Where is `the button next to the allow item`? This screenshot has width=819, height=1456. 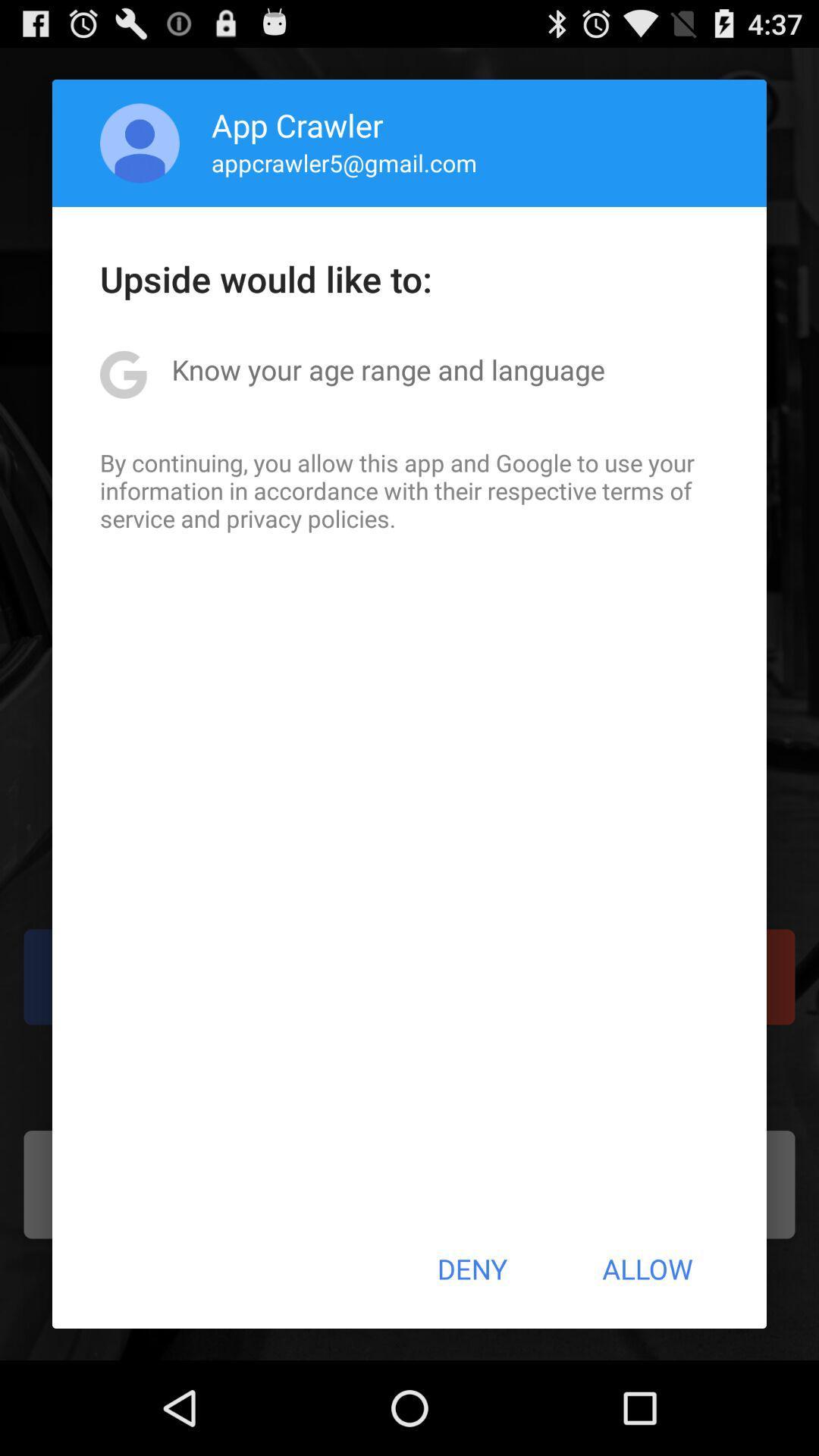 the button next to the allow item is located at coordinates (471, 1269).